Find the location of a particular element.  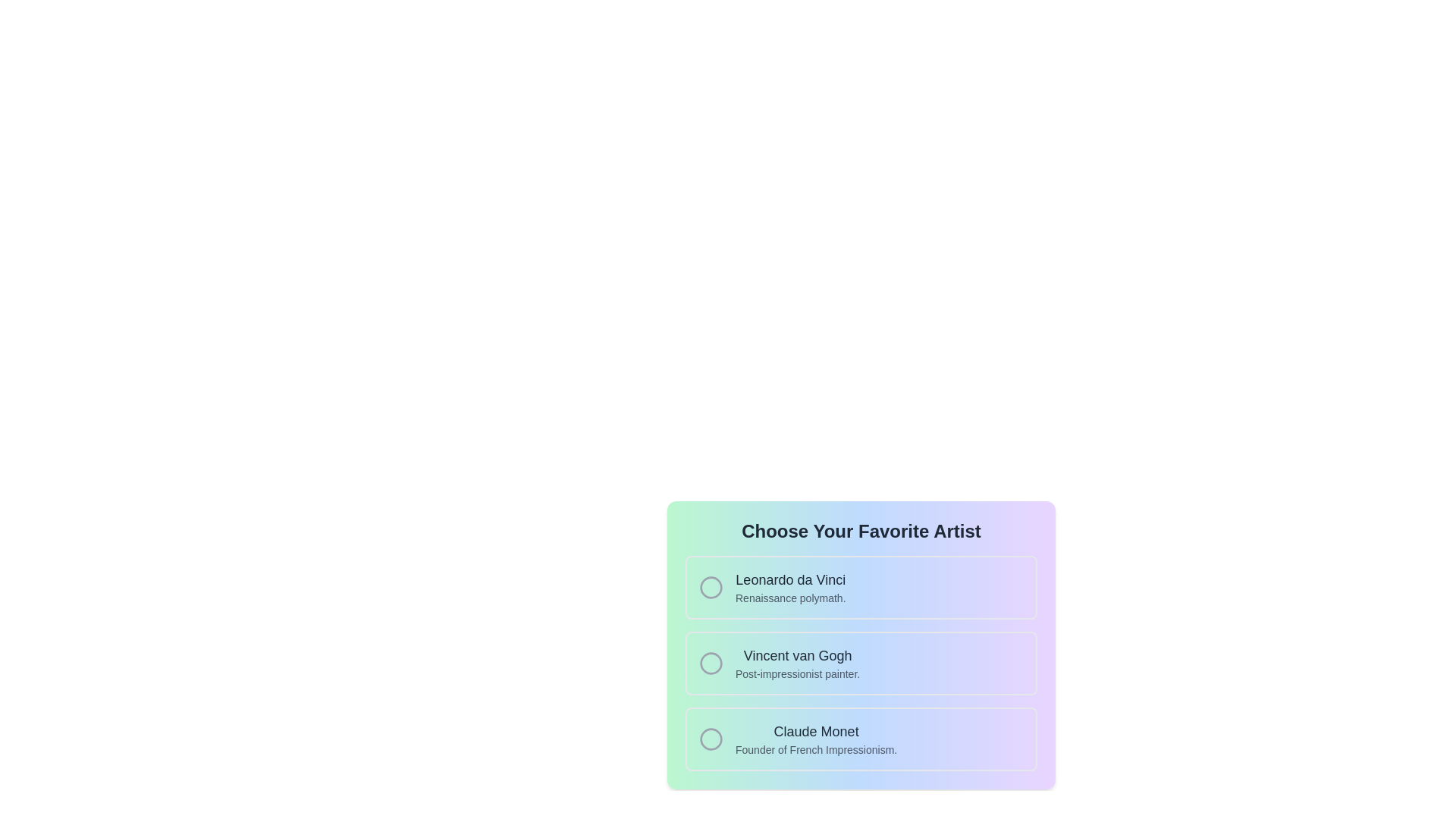

the selectable list item for 'Vincent van Gogh' in the 'Choose Your Favorite Artist' panel is located at coordinates (861, 663).